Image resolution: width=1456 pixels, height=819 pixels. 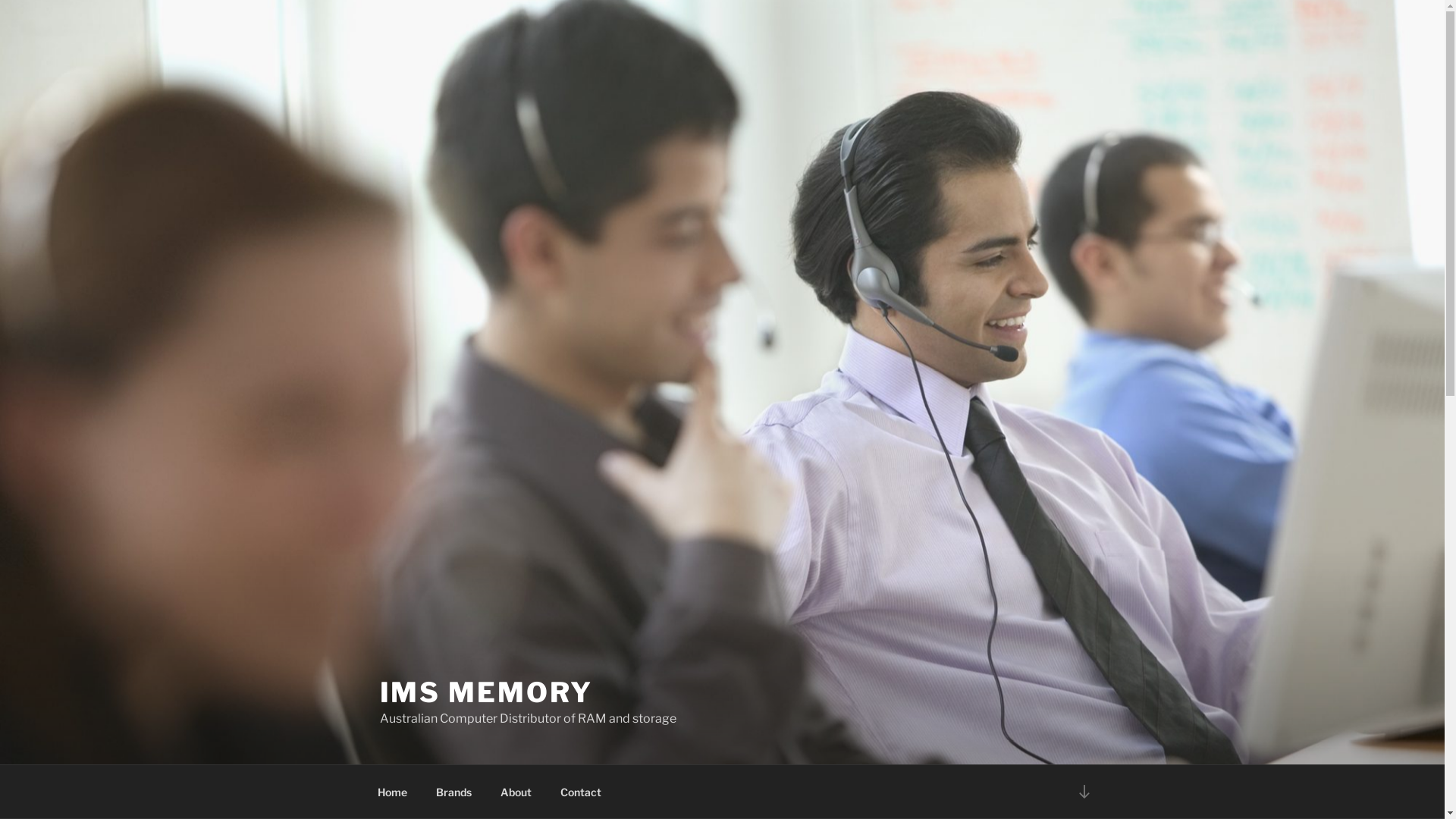 I want to click on 'Scroll down to content', so click(x=1083, y=790).